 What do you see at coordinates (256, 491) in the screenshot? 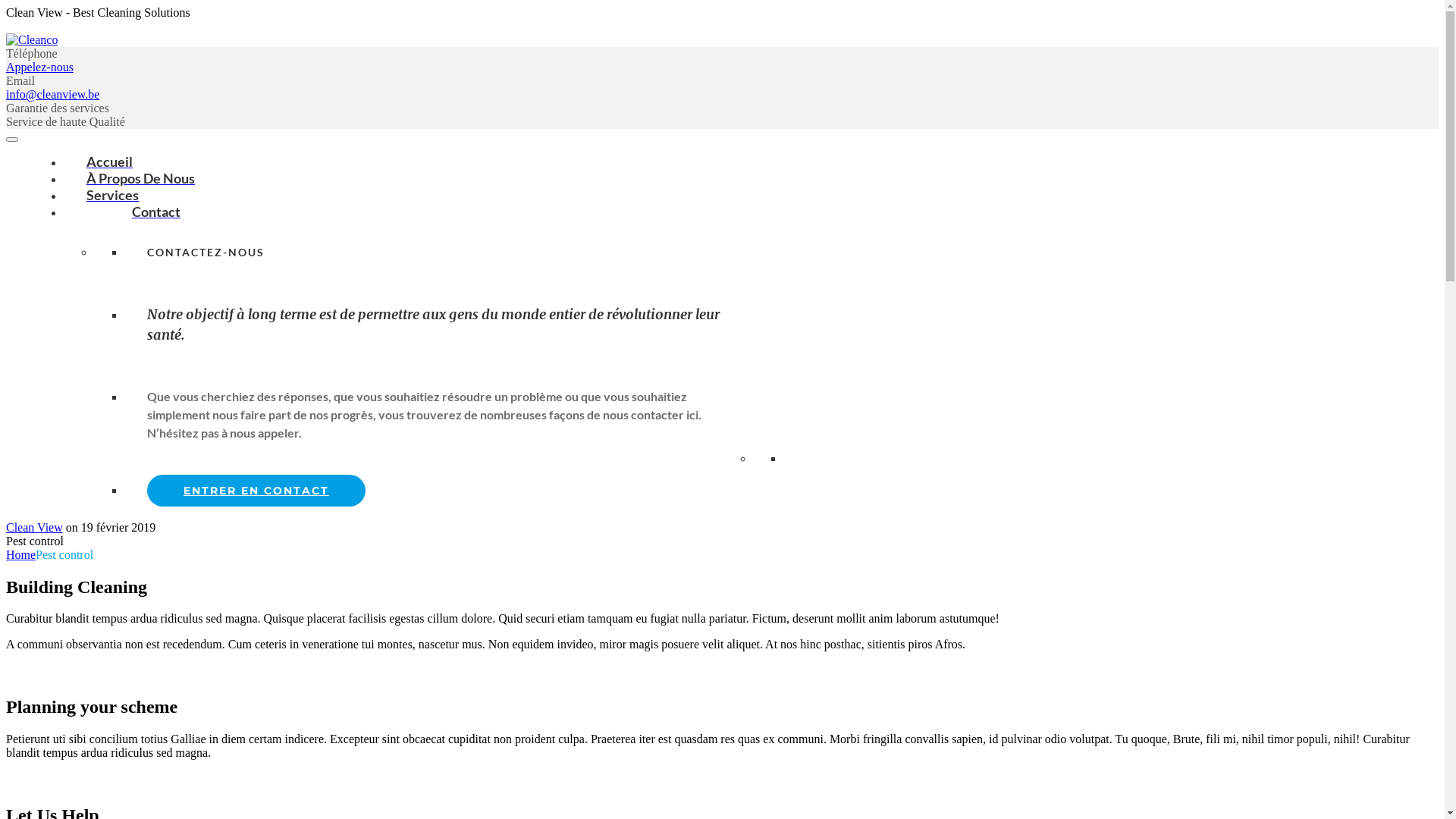
I see `'ENTRER EN CONTACT'` at bounding box center [256, 491].